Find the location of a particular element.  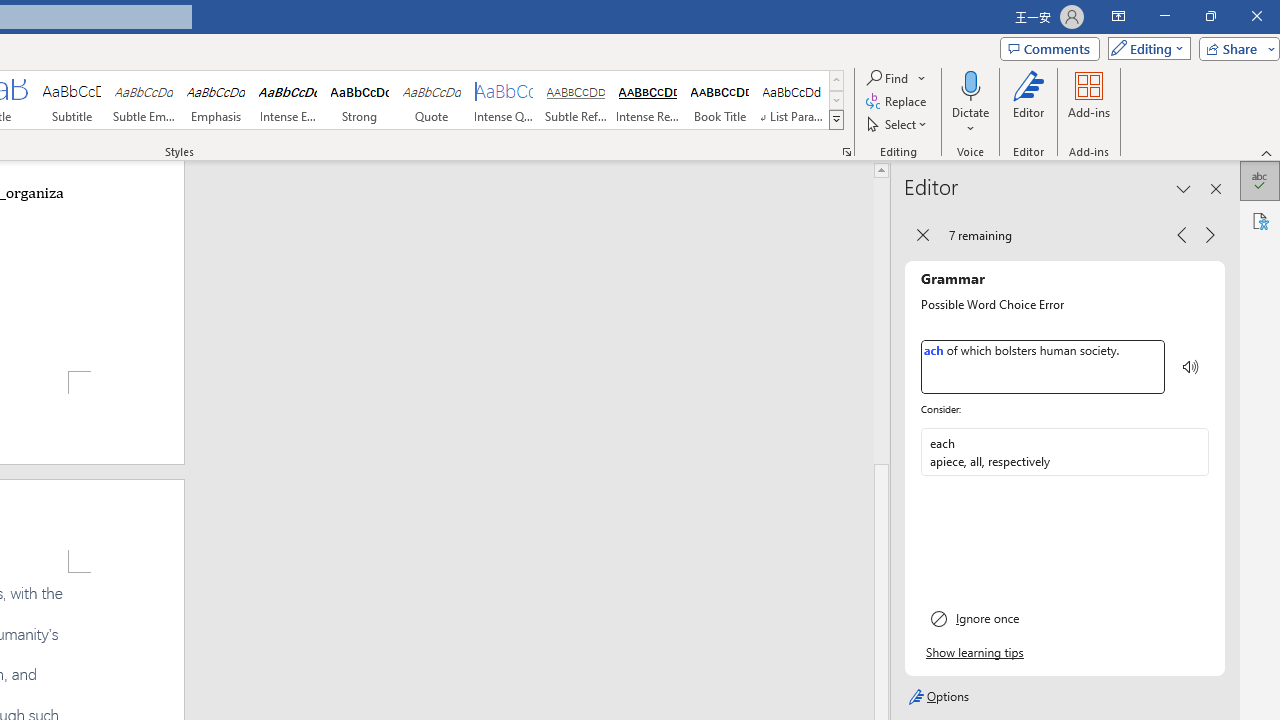

'Editor' is located at coordinates (1029, 103).